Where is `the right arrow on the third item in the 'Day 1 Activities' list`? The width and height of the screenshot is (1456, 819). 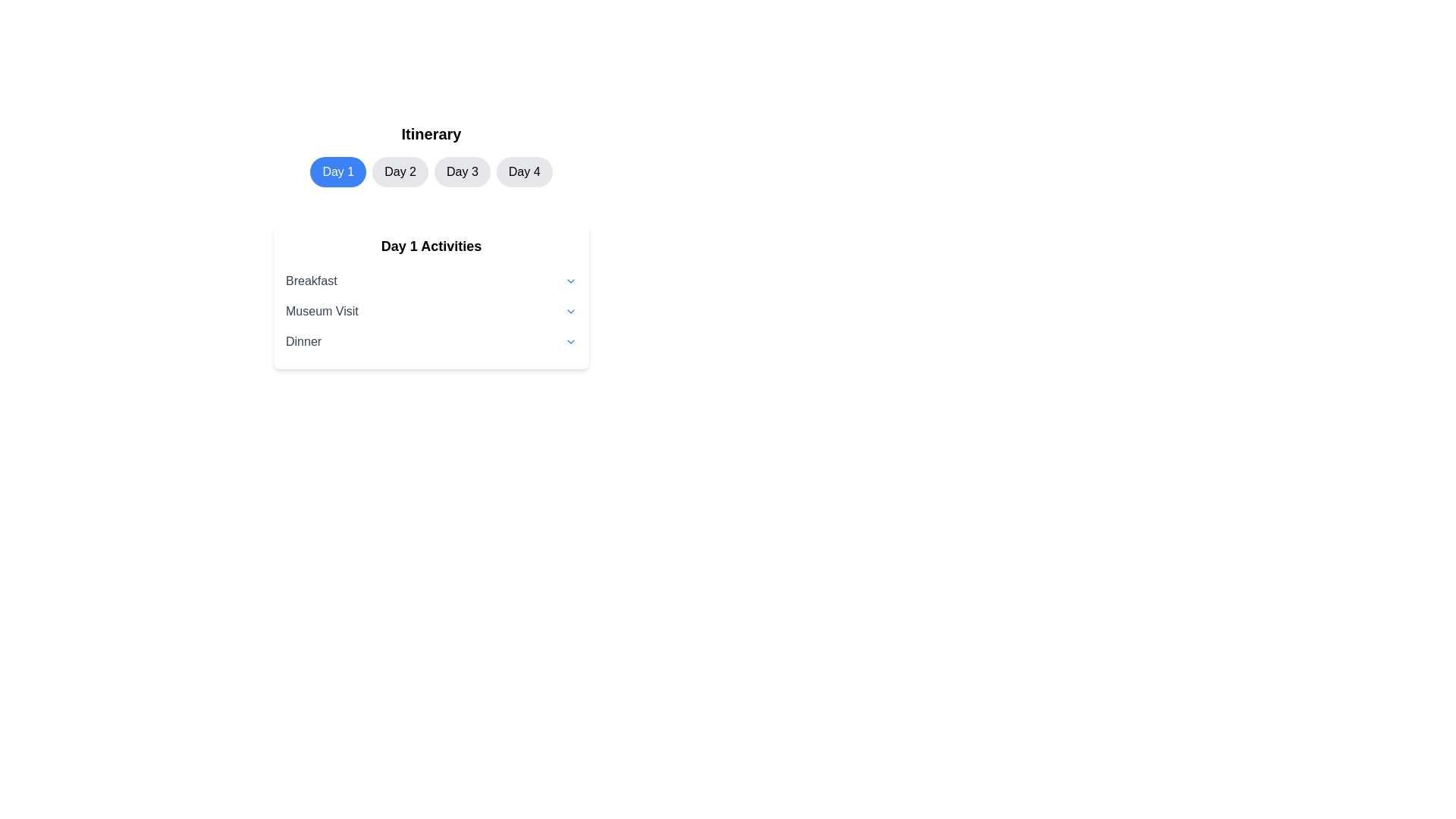 the right arrow on the third item in the 'Day 1 Activities' list is located at coordinates (431, 342).